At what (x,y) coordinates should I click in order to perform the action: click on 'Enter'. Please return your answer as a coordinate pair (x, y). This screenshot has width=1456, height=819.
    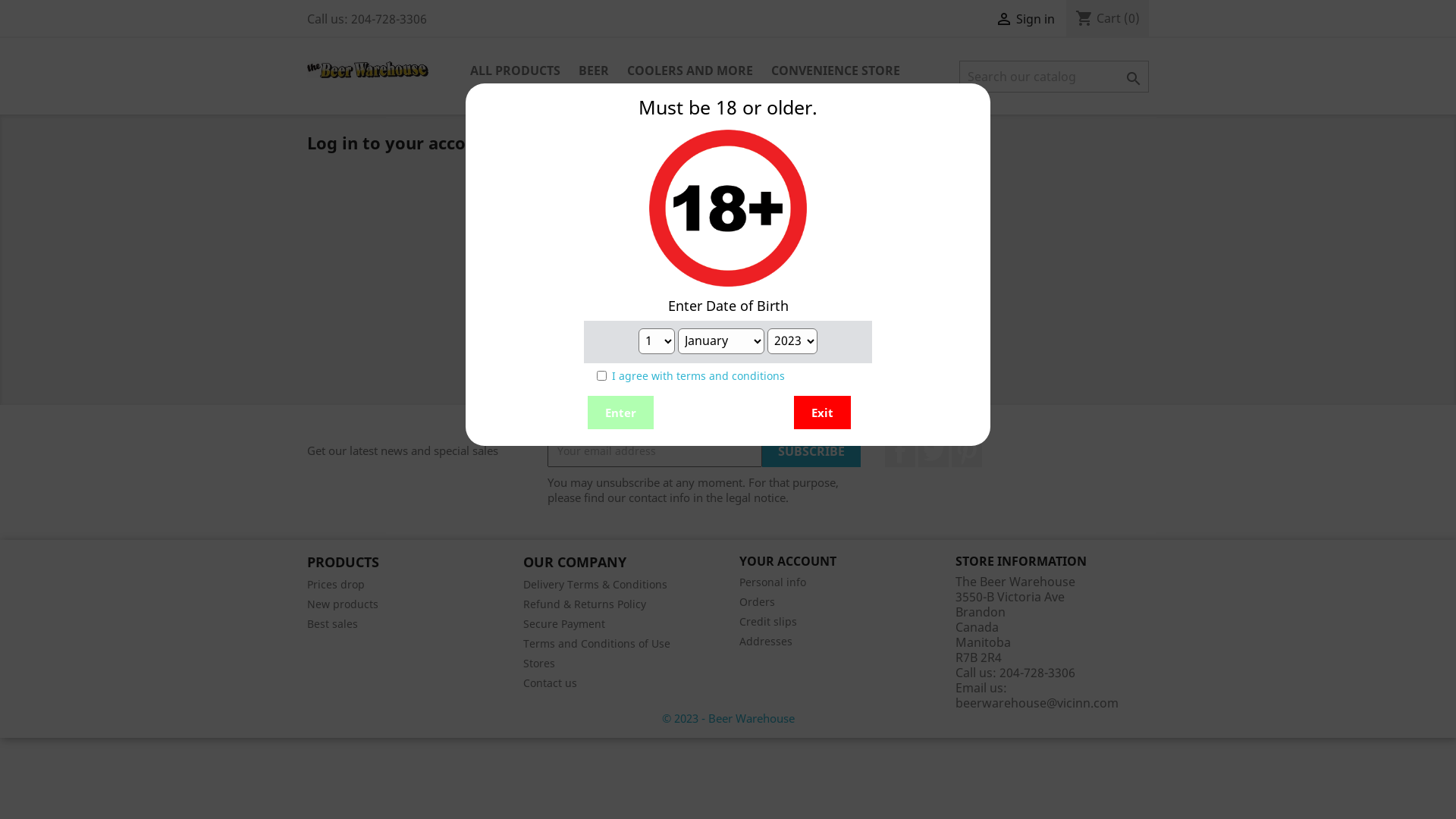
    Looking at the image, I should click on (620, 412).